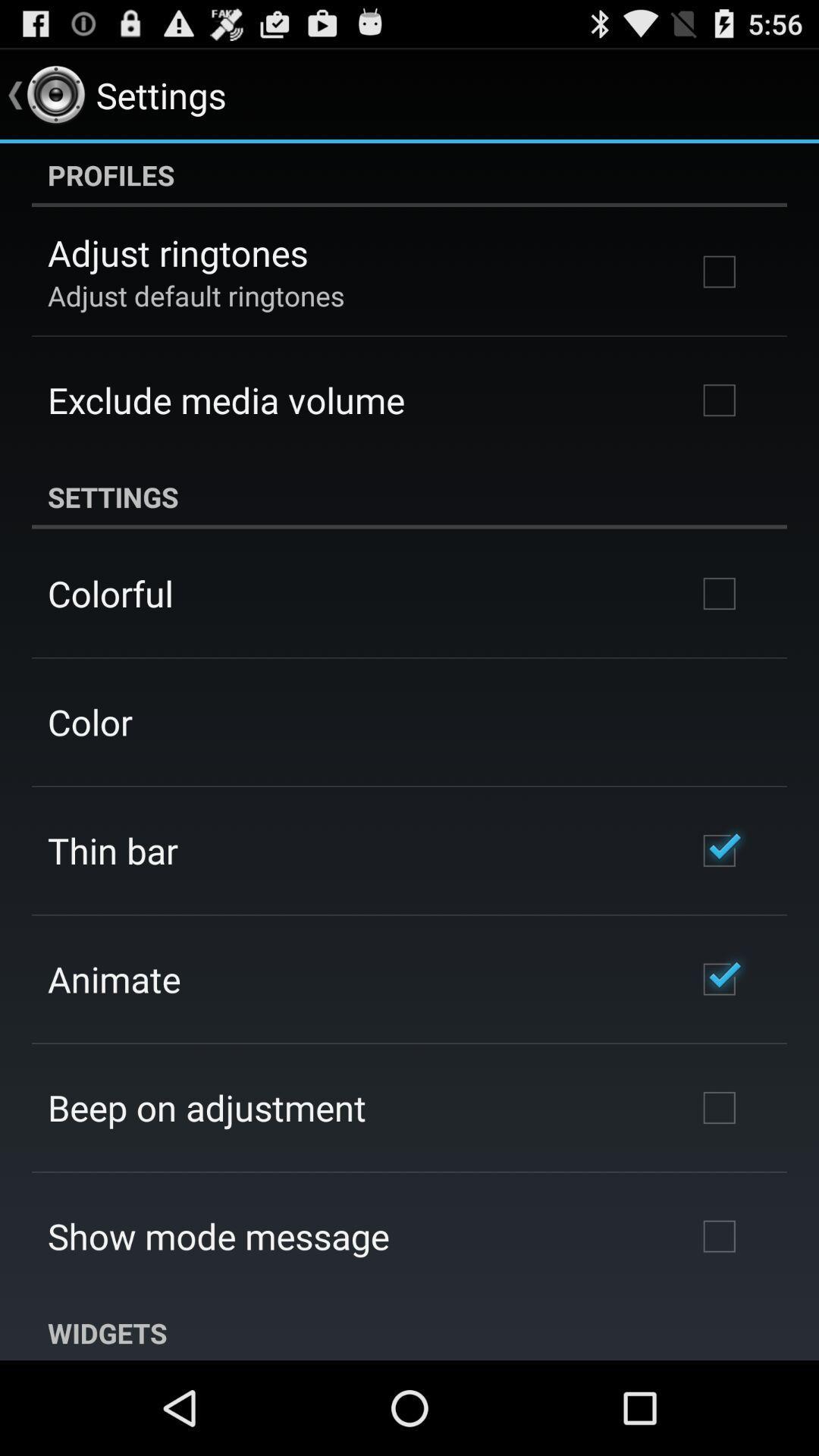  Describe the element at coordinates (218, 1236) in the screenshot. I see `the show mode message app` at that location.